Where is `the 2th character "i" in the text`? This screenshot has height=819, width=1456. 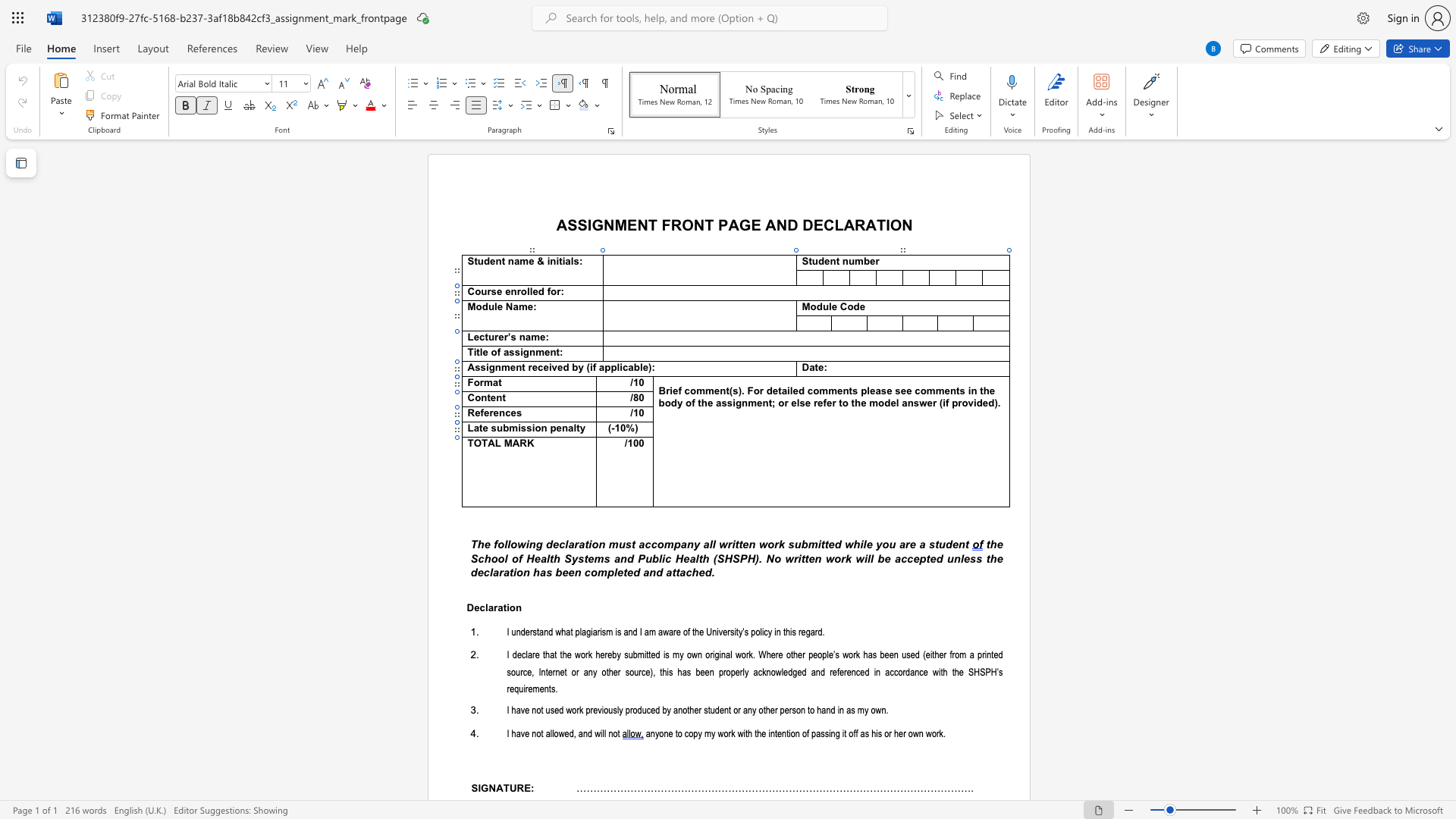
the 2th character "i" in the text is located at coordinates (557, 260).